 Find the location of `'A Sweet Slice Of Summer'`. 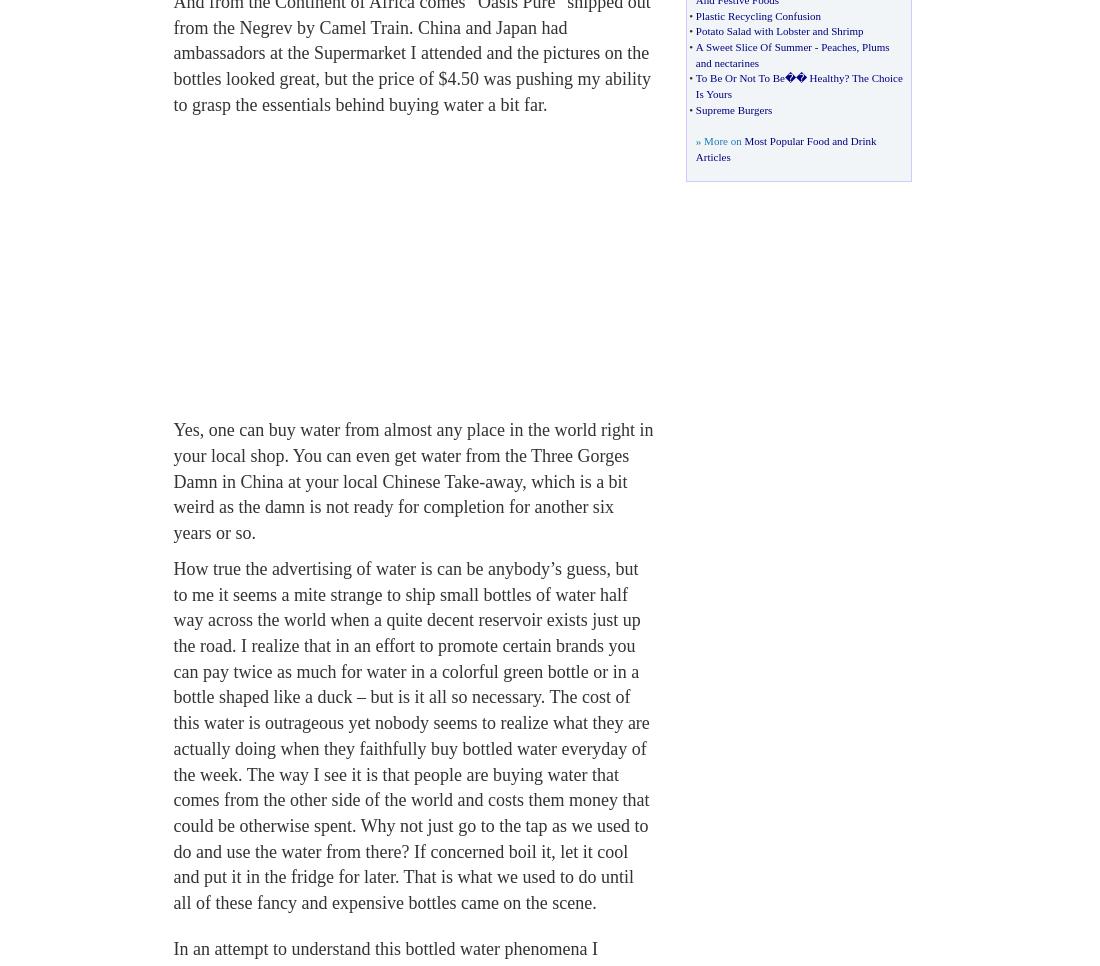

'A Sweet Slice Of Summer' is located at coordinates (751, 45).